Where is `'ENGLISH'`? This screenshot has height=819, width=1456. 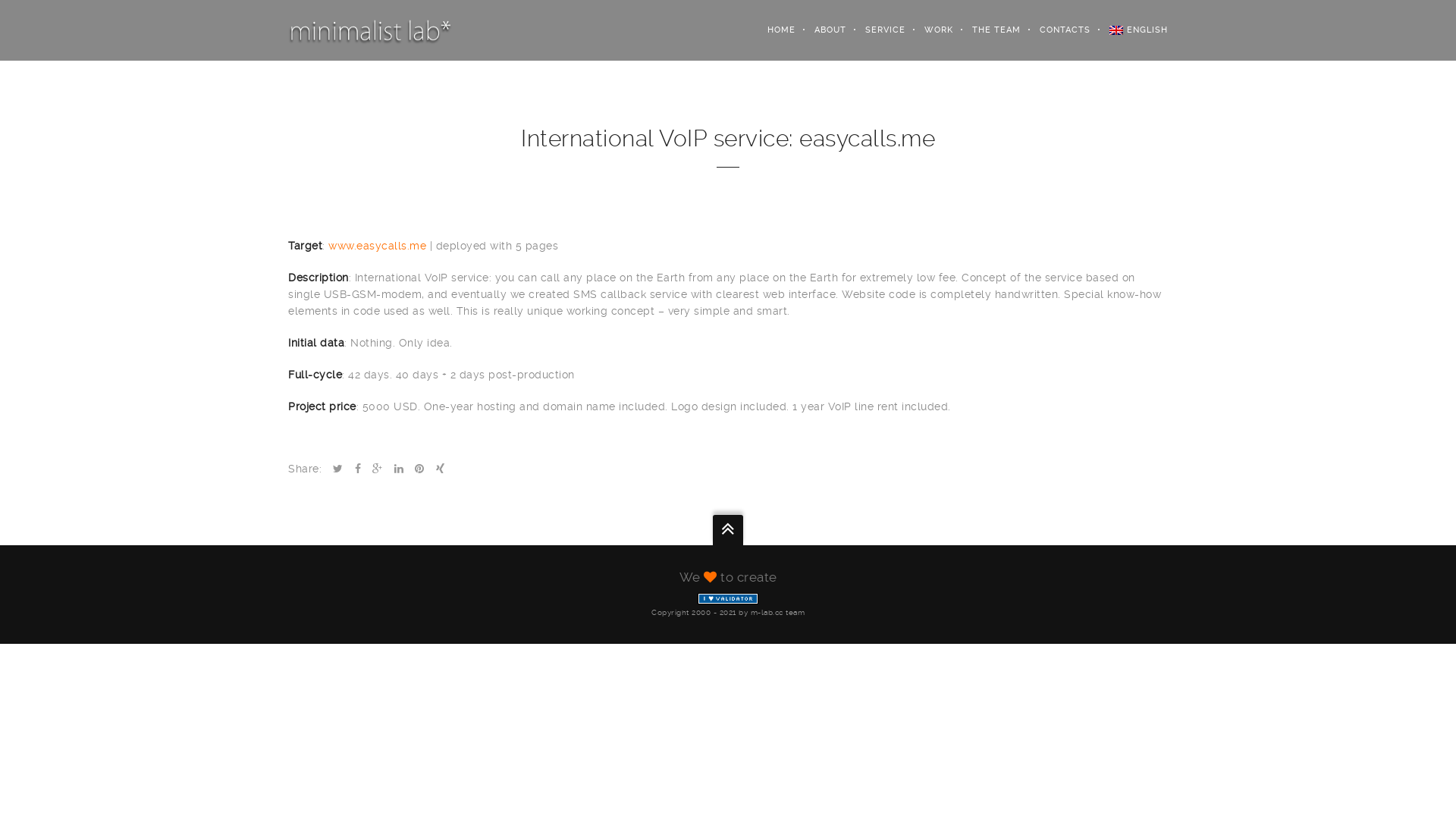
'ENGLISH' is located at coordinates (1128, 30).